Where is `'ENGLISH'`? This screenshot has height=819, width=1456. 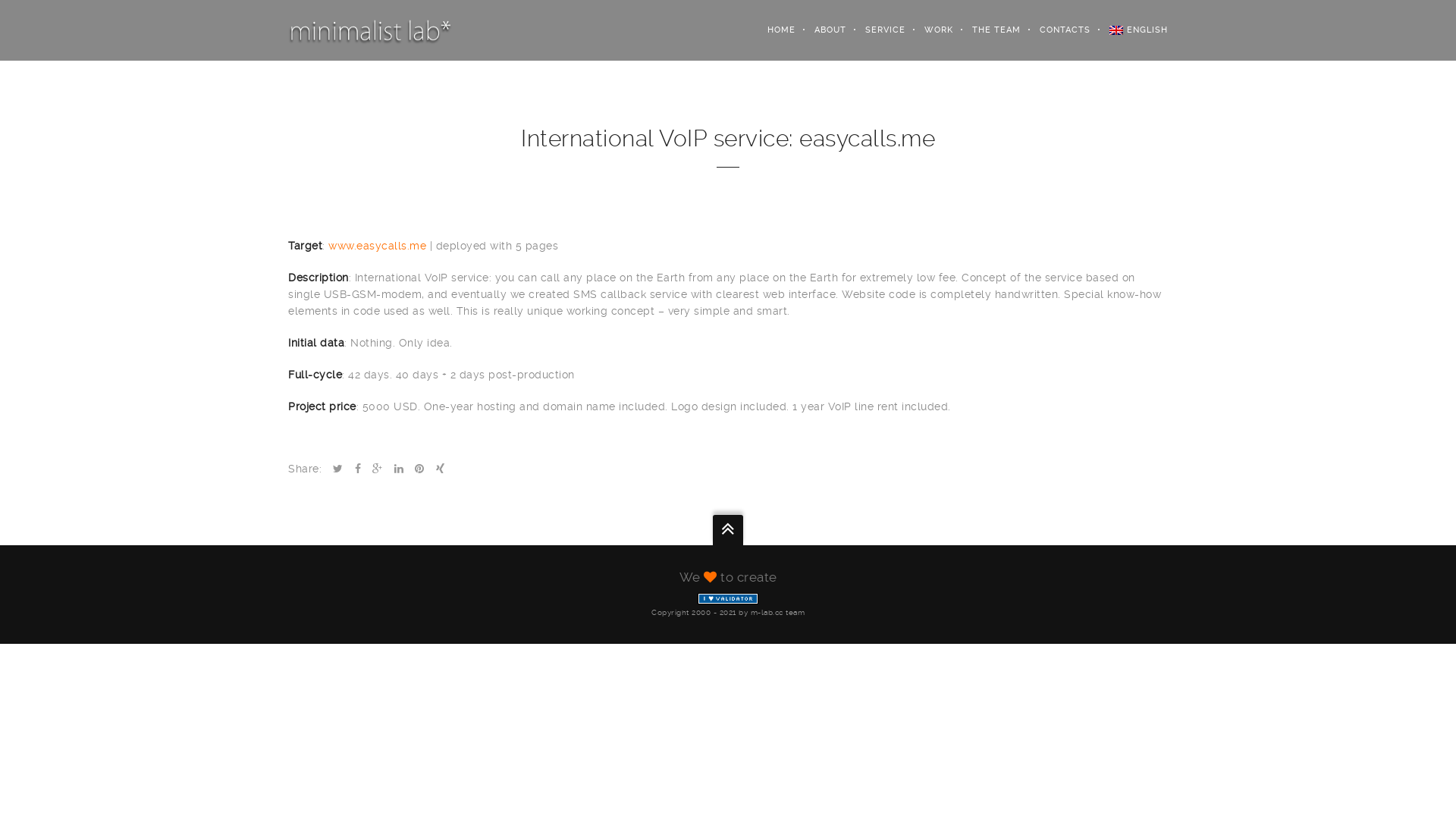
'ENGLISH' is located at coordinates (1128, 30).